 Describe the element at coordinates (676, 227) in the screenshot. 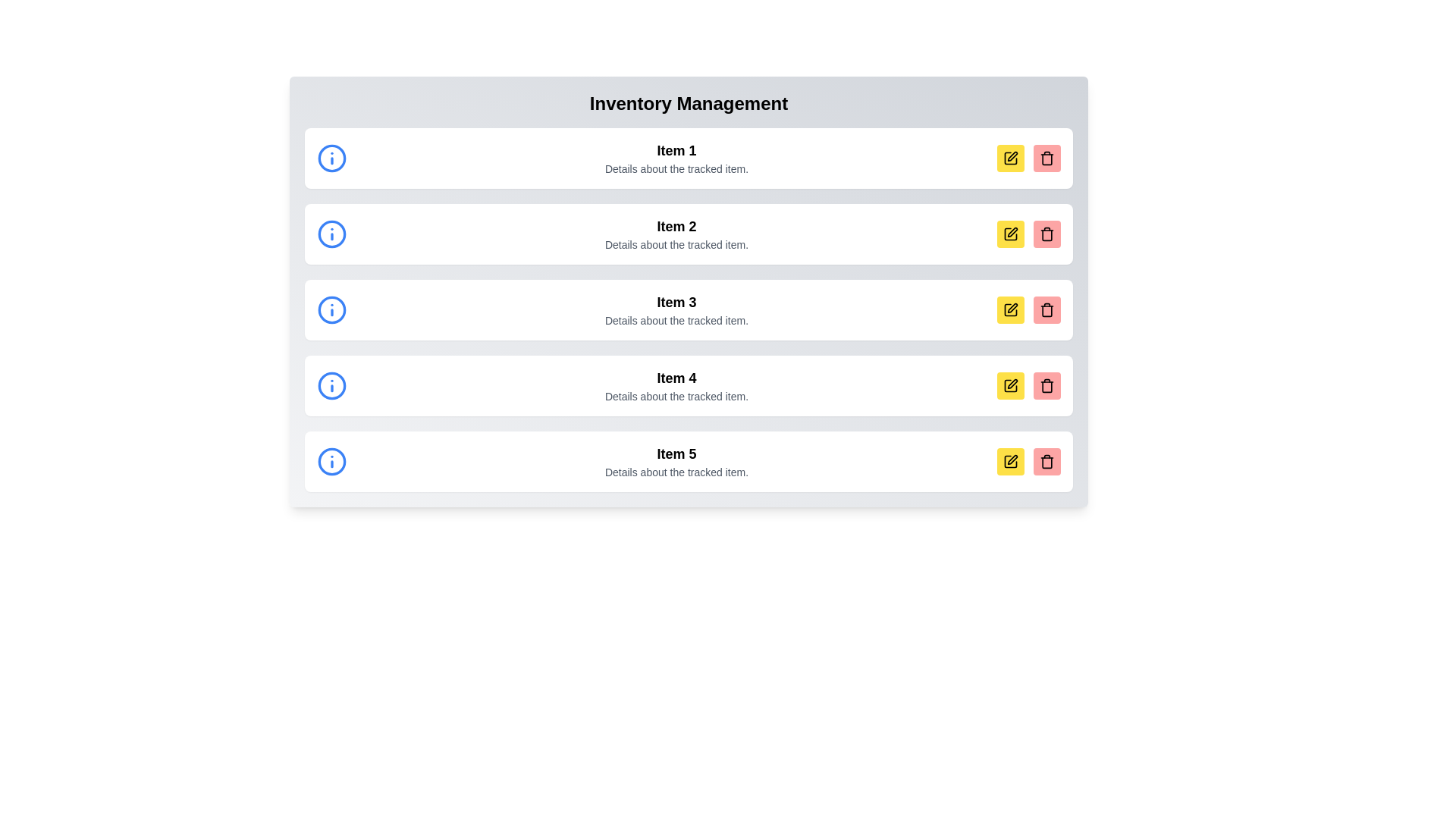

I see `the text label identifying the second inventory item in the vertical list of tracked inventory items, which is located adjacent to the 'info' icon on the left and 'edit' and 'delete' buttons on the right` at that location.